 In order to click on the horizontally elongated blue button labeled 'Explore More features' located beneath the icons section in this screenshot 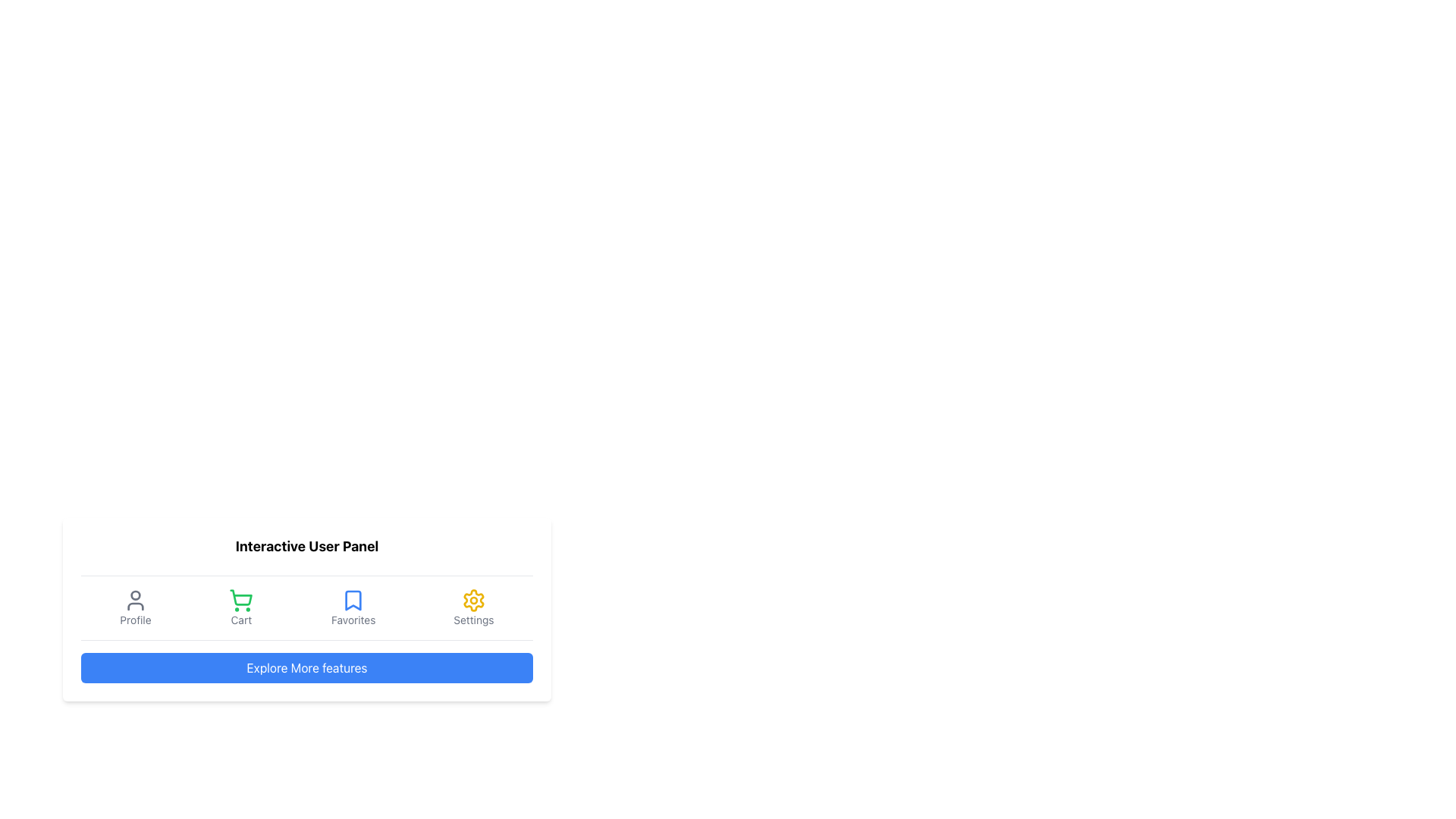, I will do `click(306, 667)`.